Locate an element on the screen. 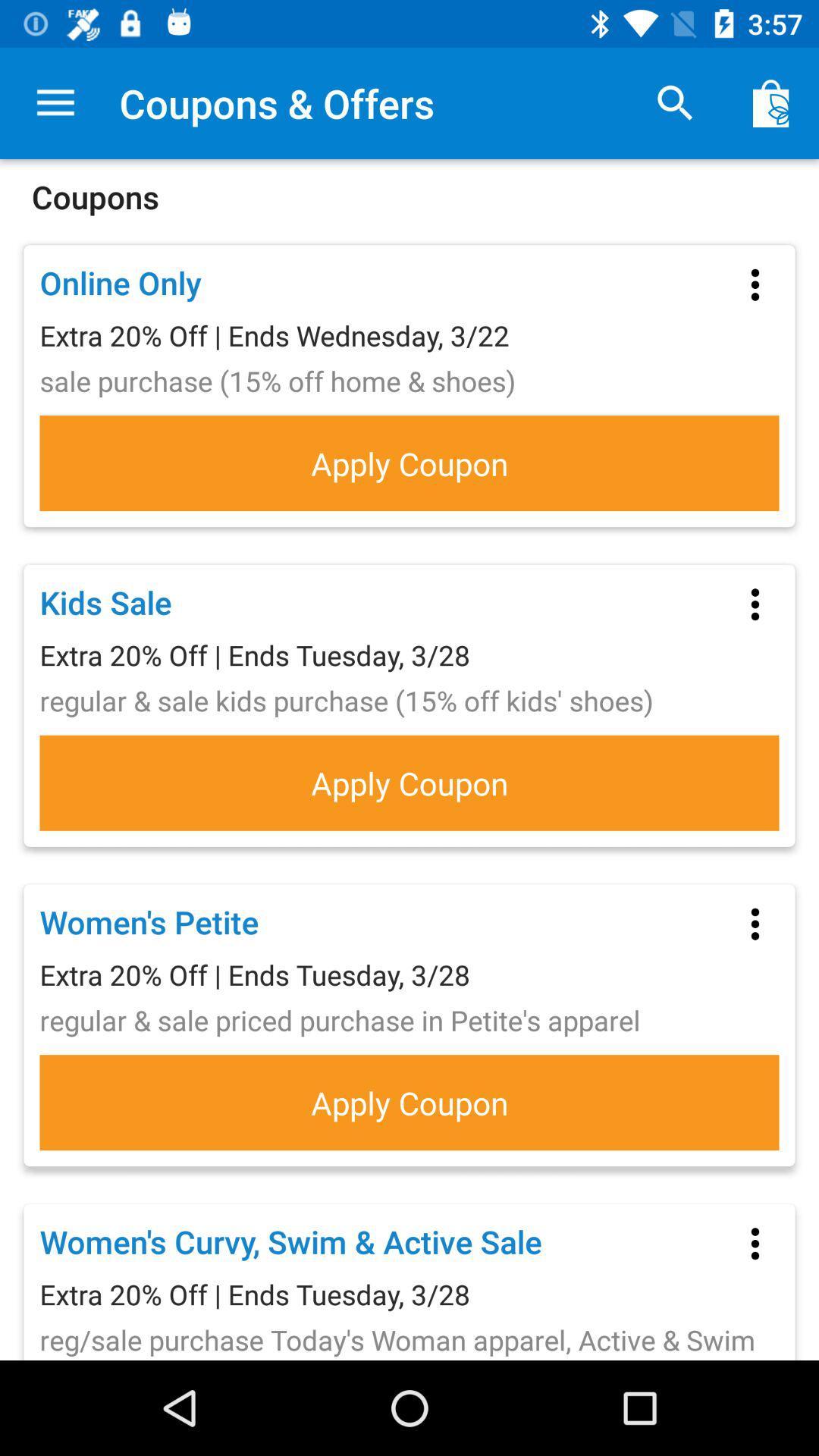 The image size is (819, 1456). the app to the left of coupons & offers is located at coordinates (55, 102).